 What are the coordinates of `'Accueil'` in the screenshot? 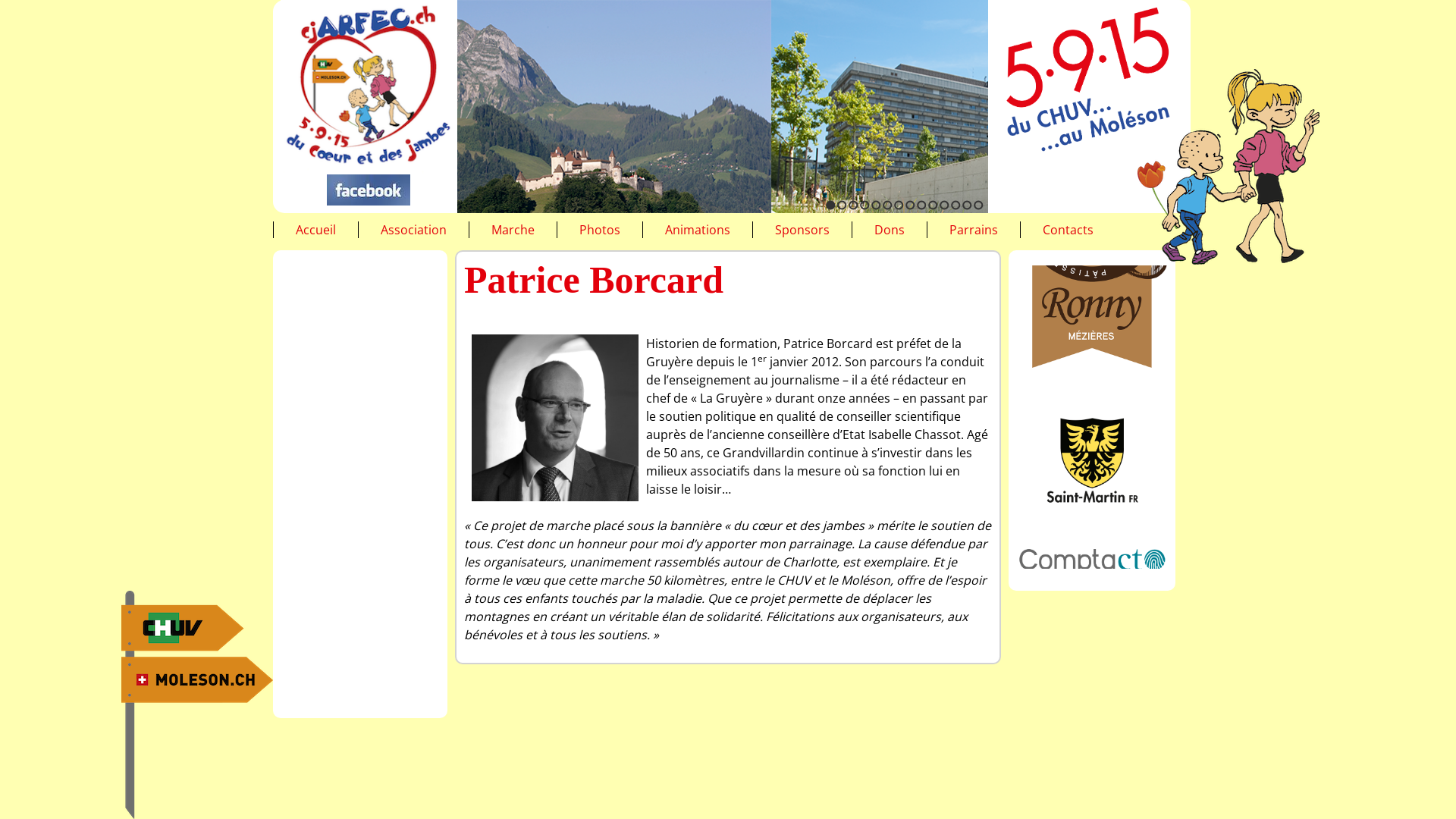 It's located at (369, 86).